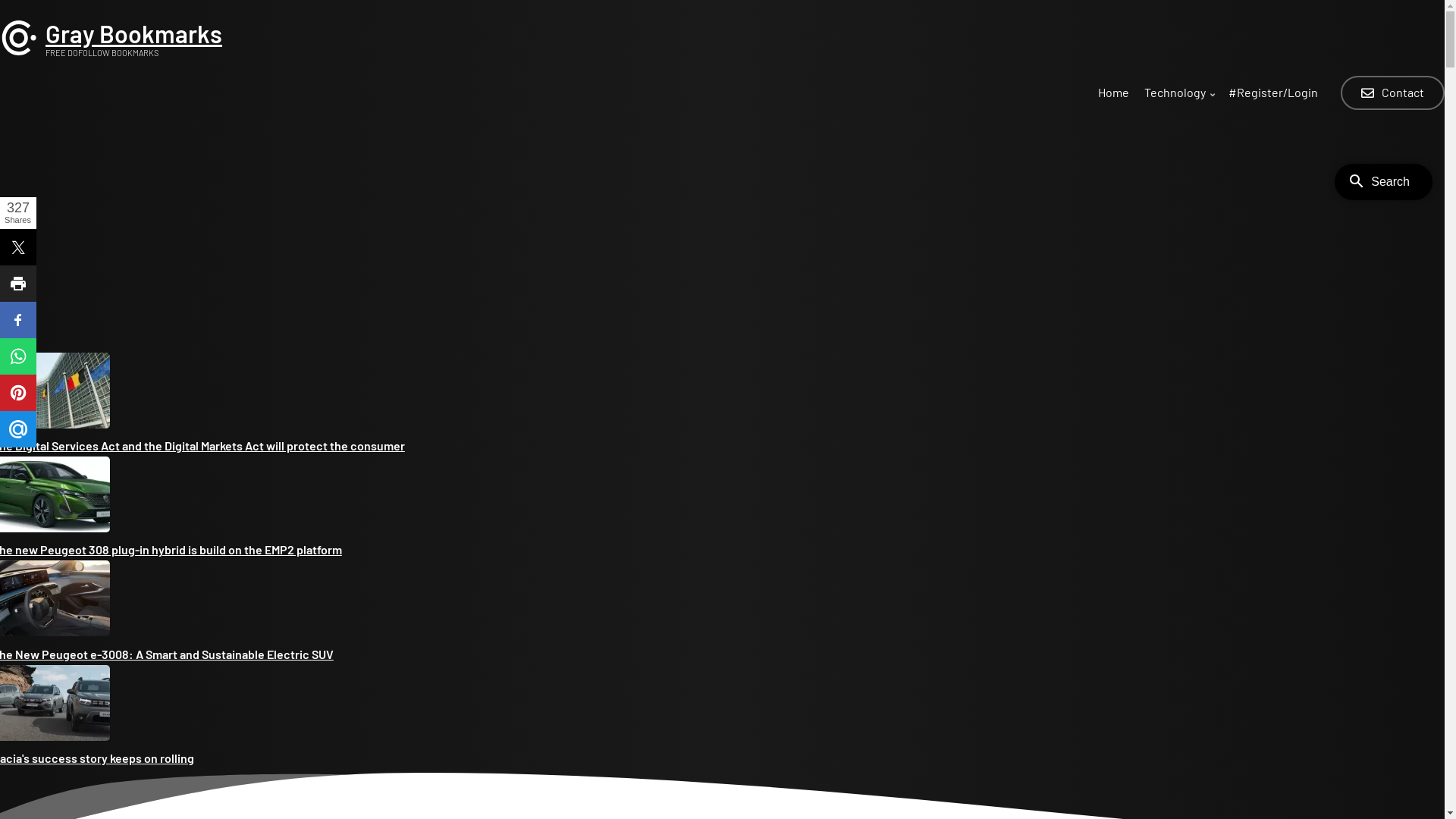 This screenshot has width=1456, height=819. I want to click on 'Contact', so click(1392, 93).